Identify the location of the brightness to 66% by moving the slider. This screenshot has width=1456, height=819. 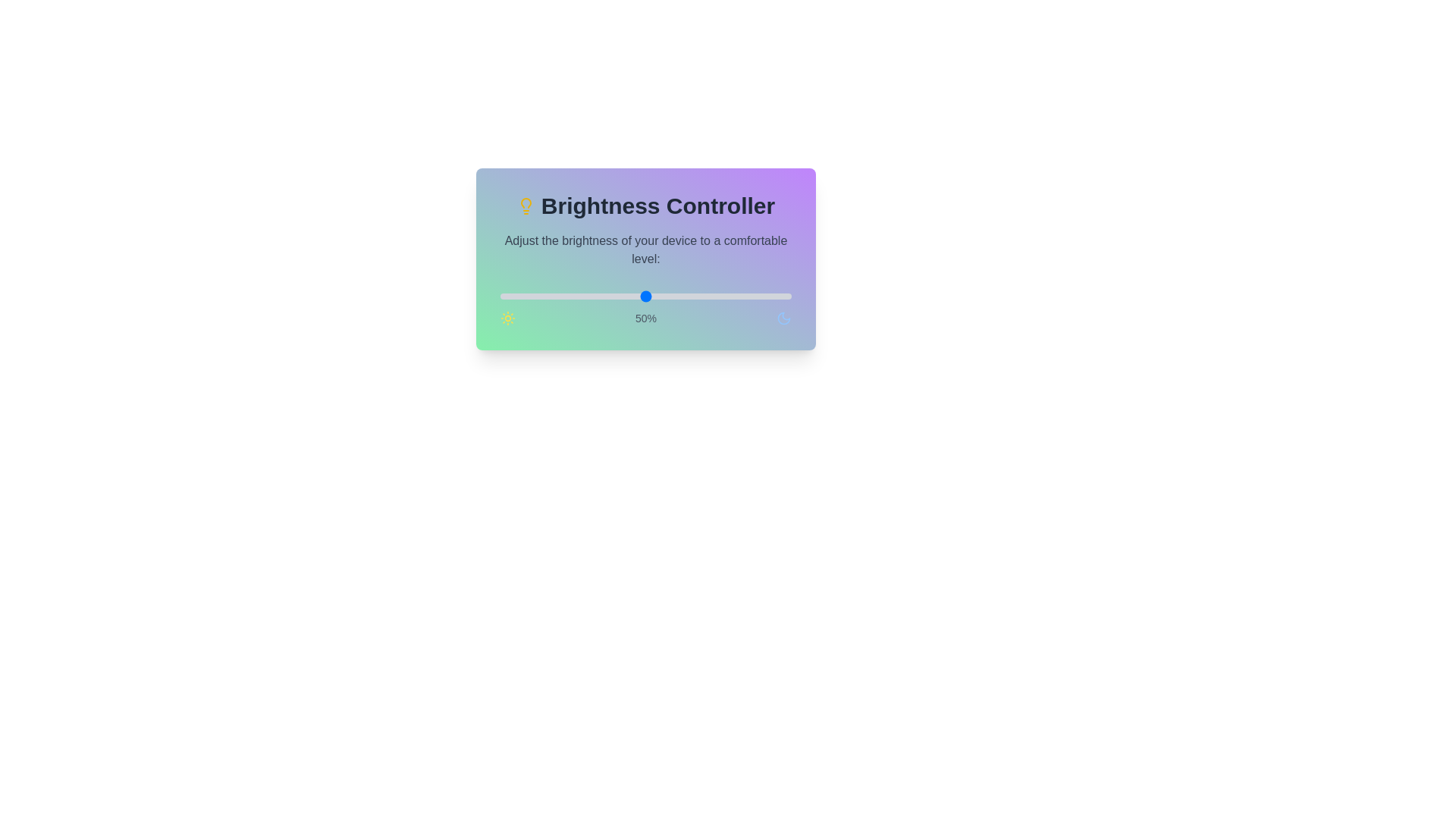
(692, 296).